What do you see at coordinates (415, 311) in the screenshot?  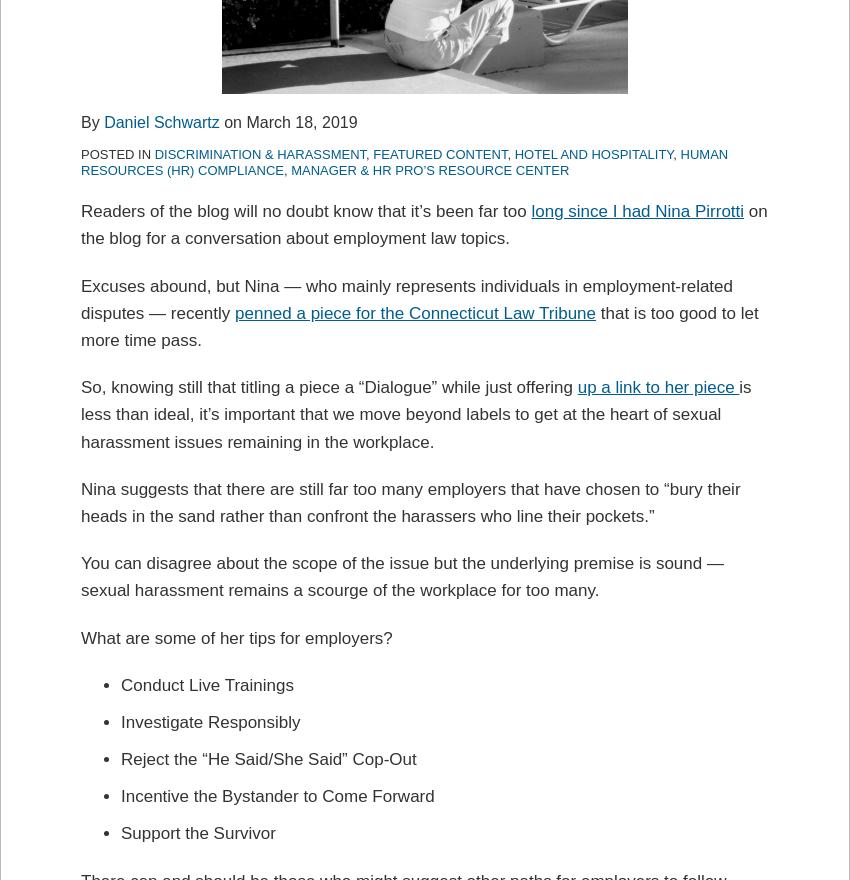 I see `'penned a piece for the Connecticut Law Tribune'` at bounding box center [415, 311].